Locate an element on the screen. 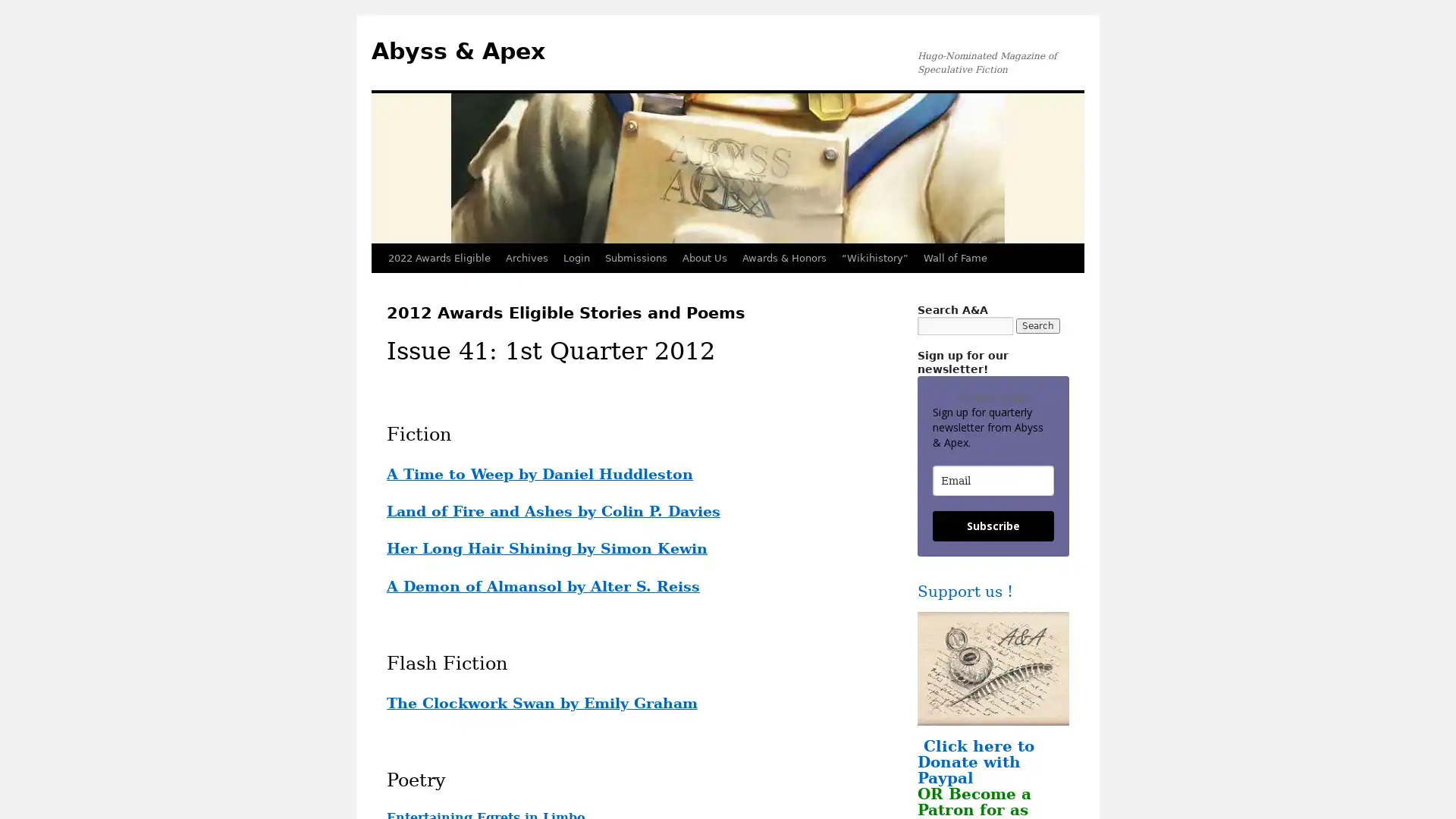  Subscribe is located at coordinates (993, 526).